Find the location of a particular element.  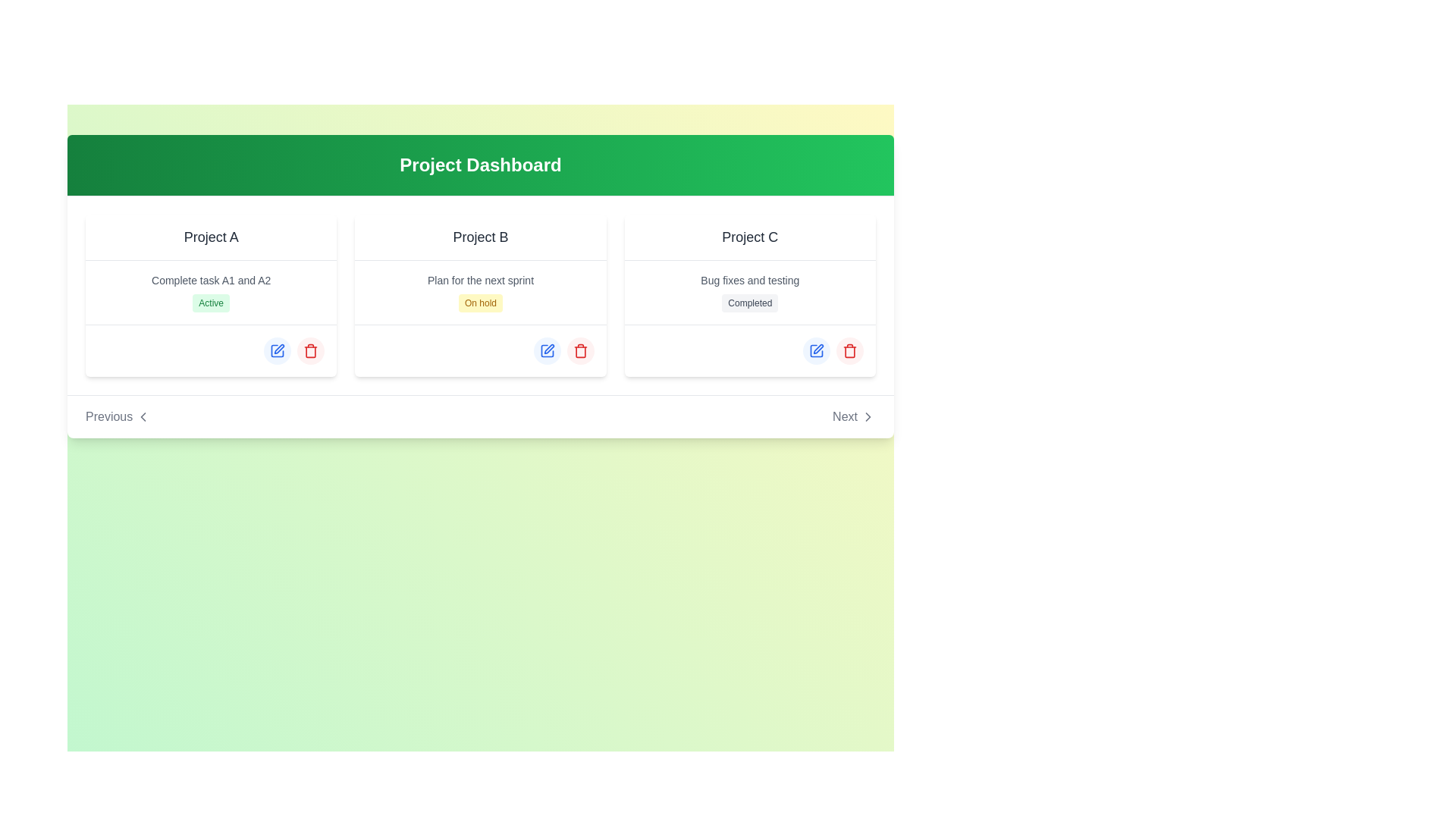

the informational text component indicating the status of 'On hold' for Project B, located in the middle section of the Project B card is located at coordinates (479, 292).